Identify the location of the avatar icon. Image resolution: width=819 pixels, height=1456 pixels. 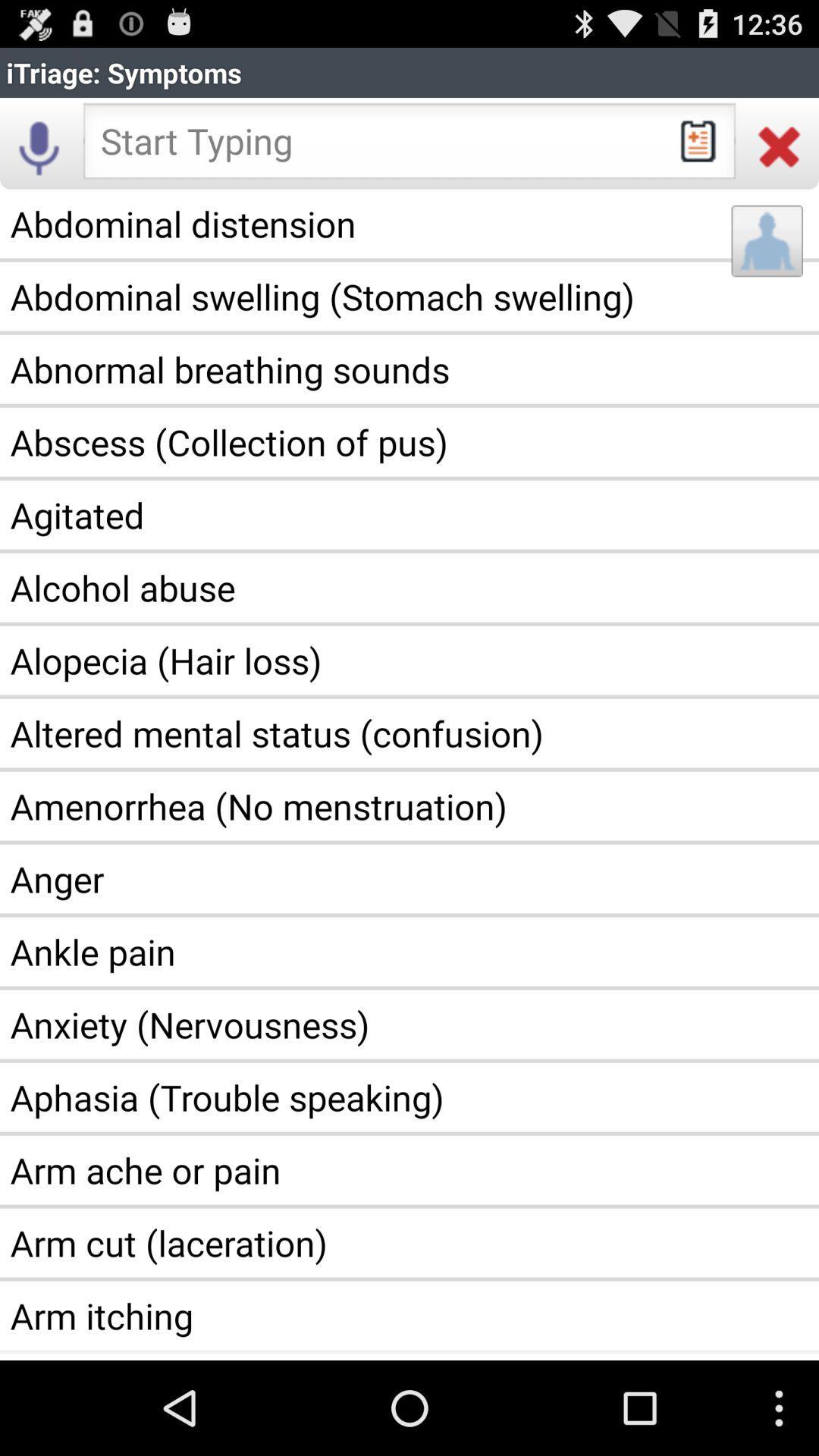
(767, 258).